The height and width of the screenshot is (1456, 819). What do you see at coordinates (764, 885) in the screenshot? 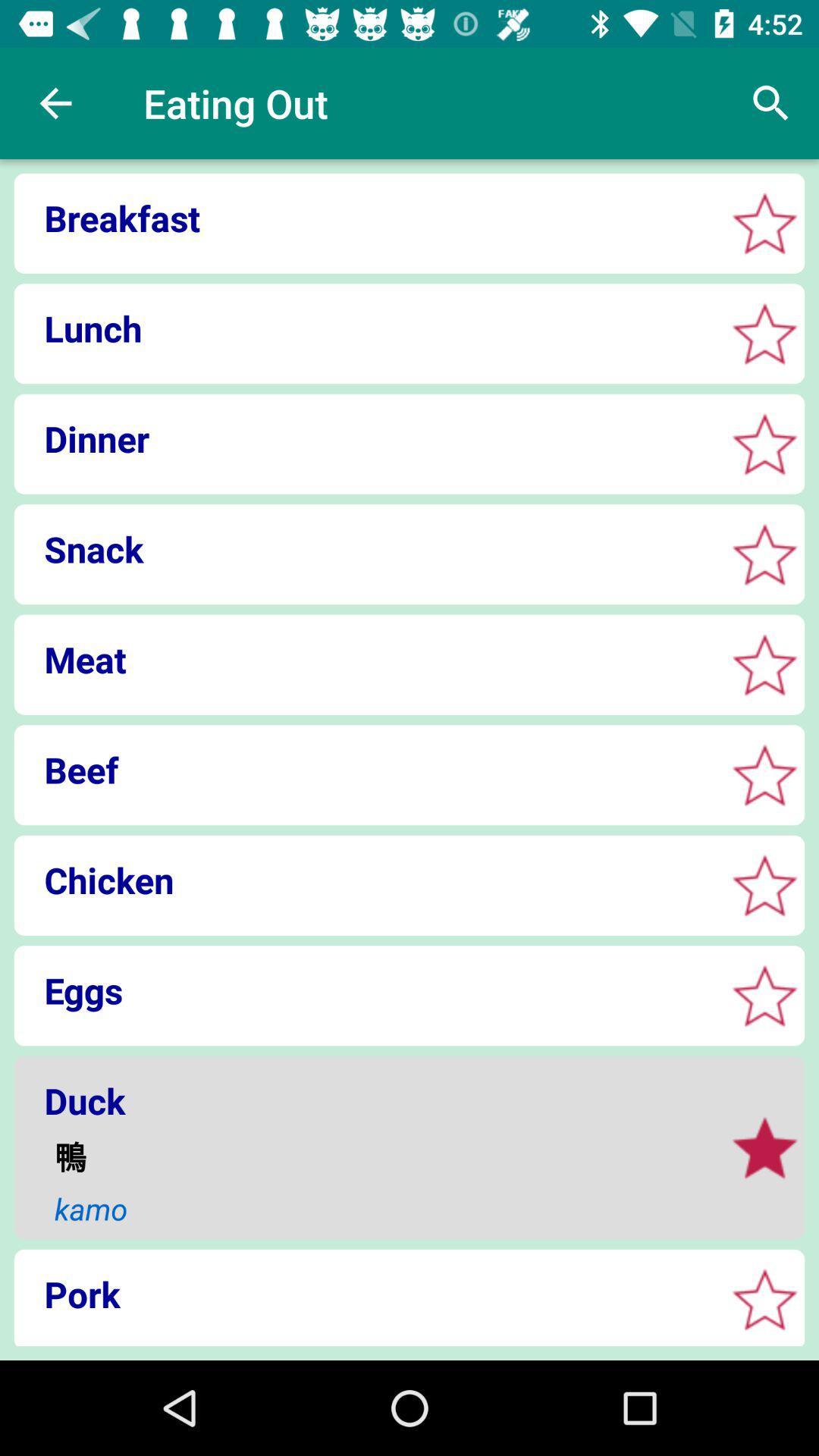
I see `favorite` at bounding box center [764, 885].